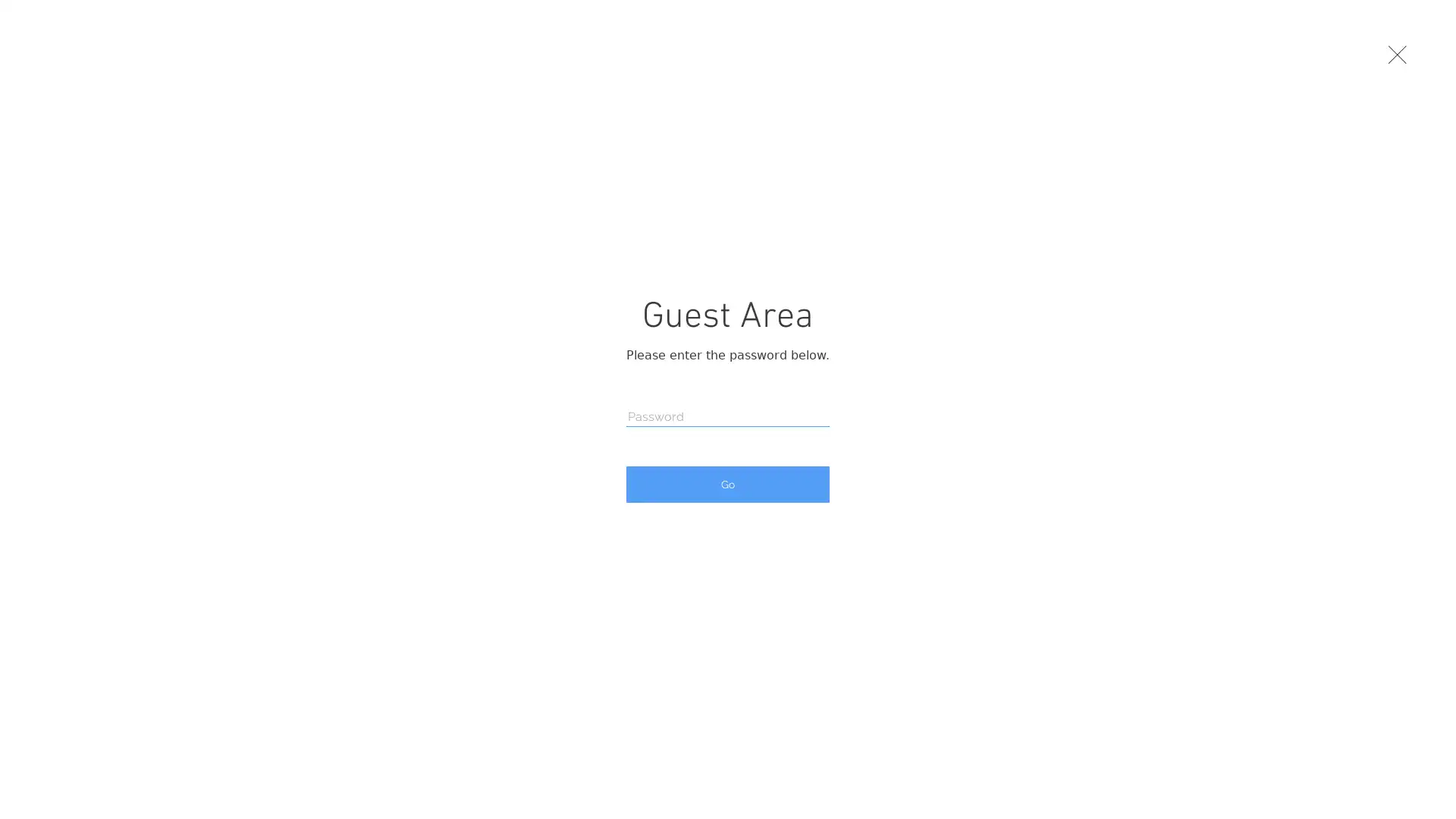 This screenshot has height=819, width=1456. I want to click on Go, so click(728, 485).